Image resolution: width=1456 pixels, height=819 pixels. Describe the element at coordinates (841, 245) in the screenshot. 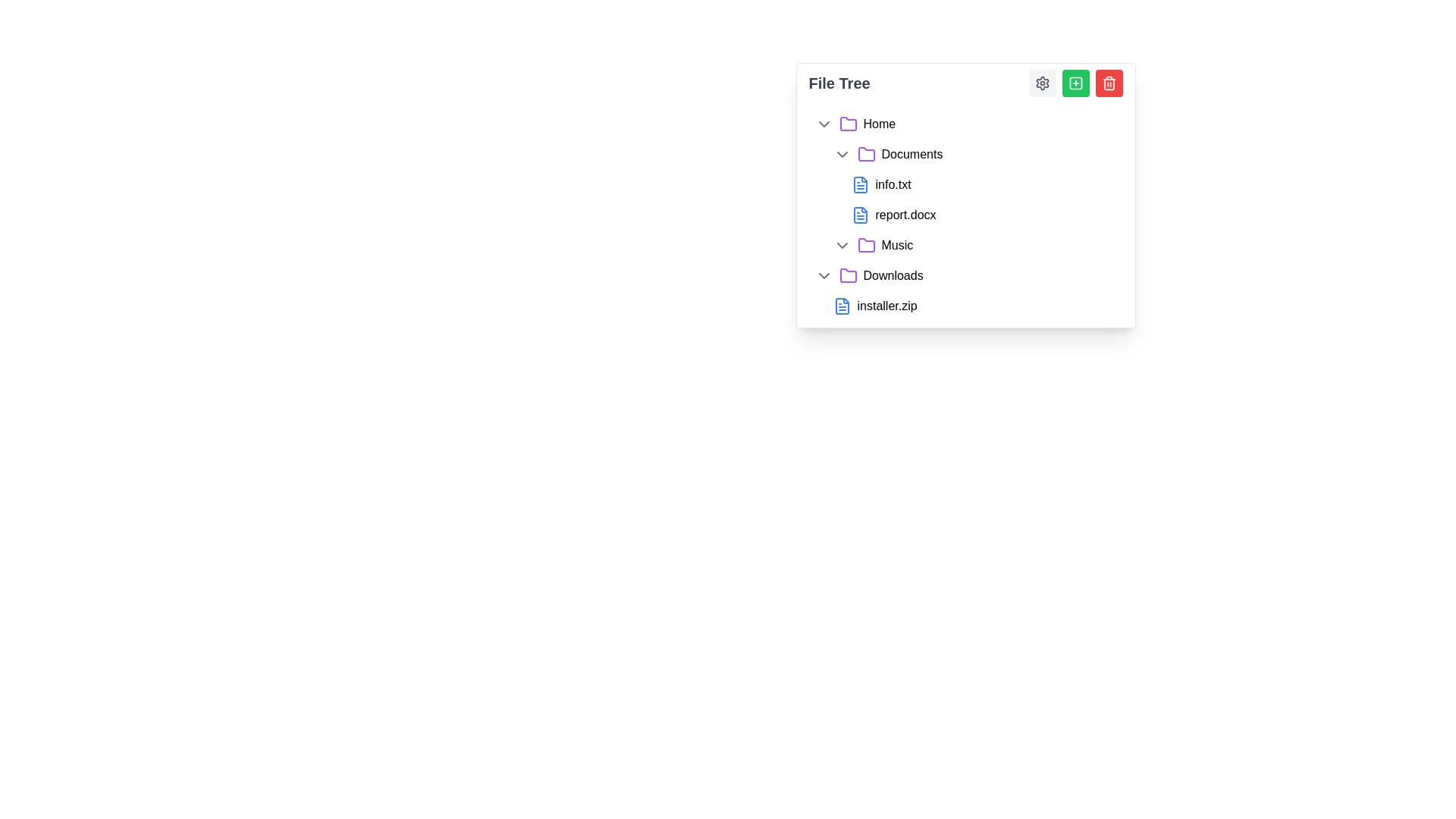

I see `the arrow-down icon` at that location.